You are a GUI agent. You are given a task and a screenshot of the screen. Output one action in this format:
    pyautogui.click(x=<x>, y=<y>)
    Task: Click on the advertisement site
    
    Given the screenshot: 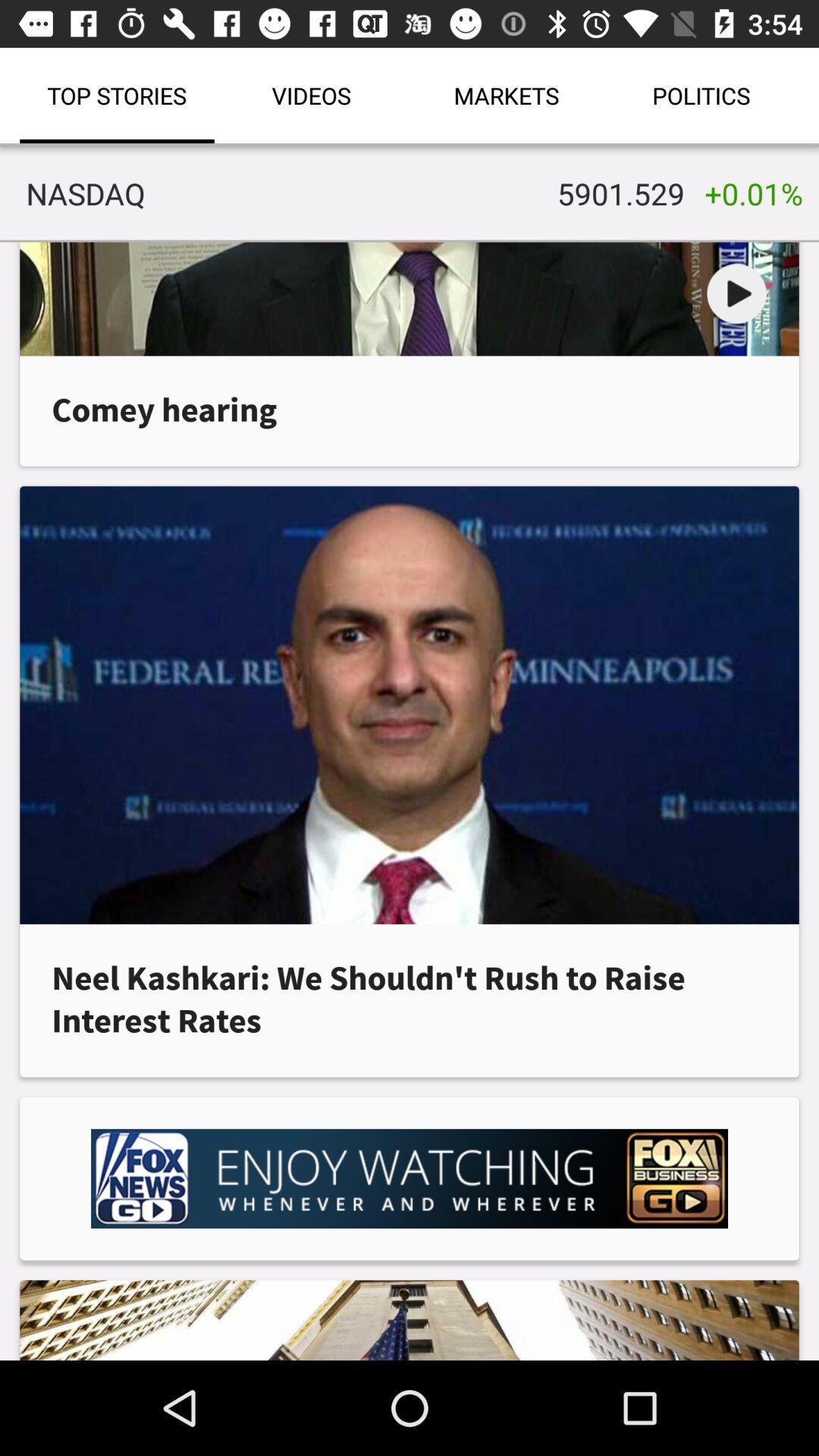 What is the action you would take?
    pyautogui.click(x=409, y=1178)
    